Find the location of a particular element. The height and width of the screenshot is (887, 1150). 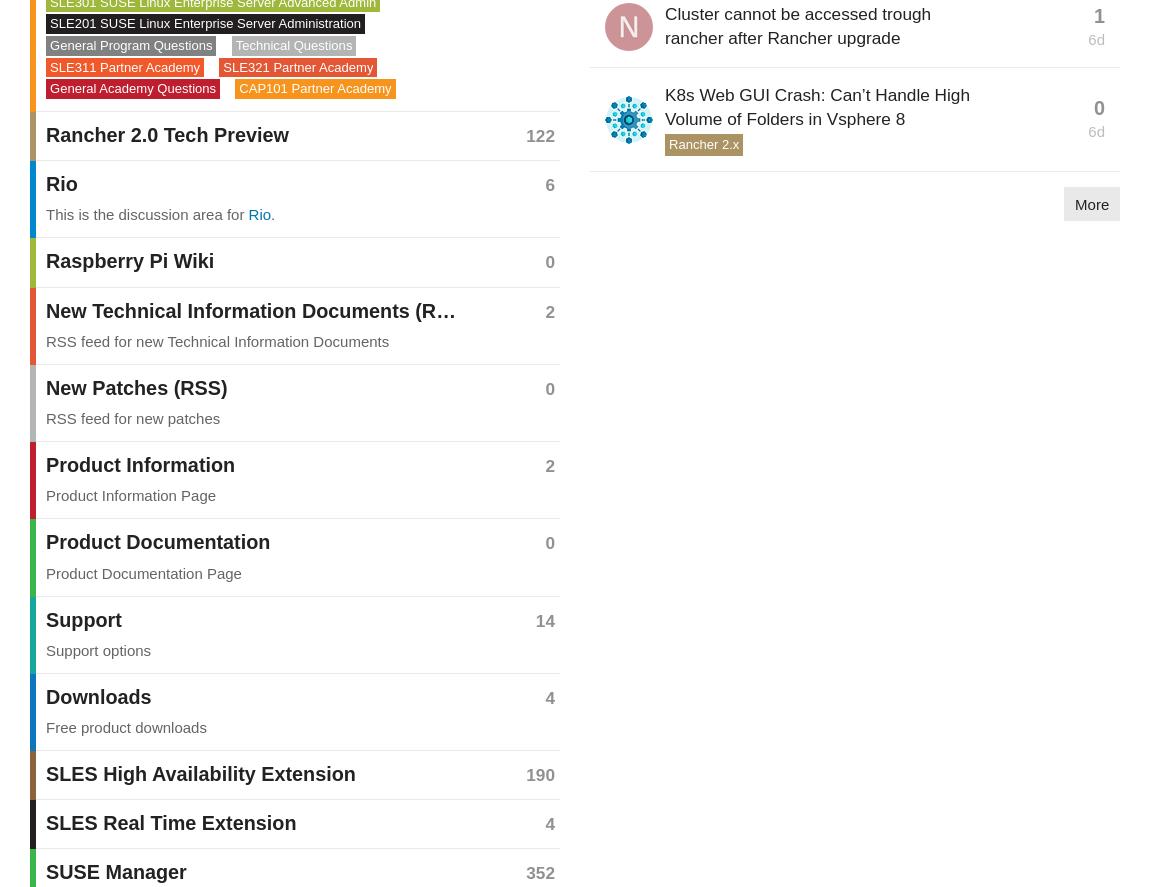

'SLE201 SUSE Linux Enterprise Server Administration' is located at coordinates (204, 23).